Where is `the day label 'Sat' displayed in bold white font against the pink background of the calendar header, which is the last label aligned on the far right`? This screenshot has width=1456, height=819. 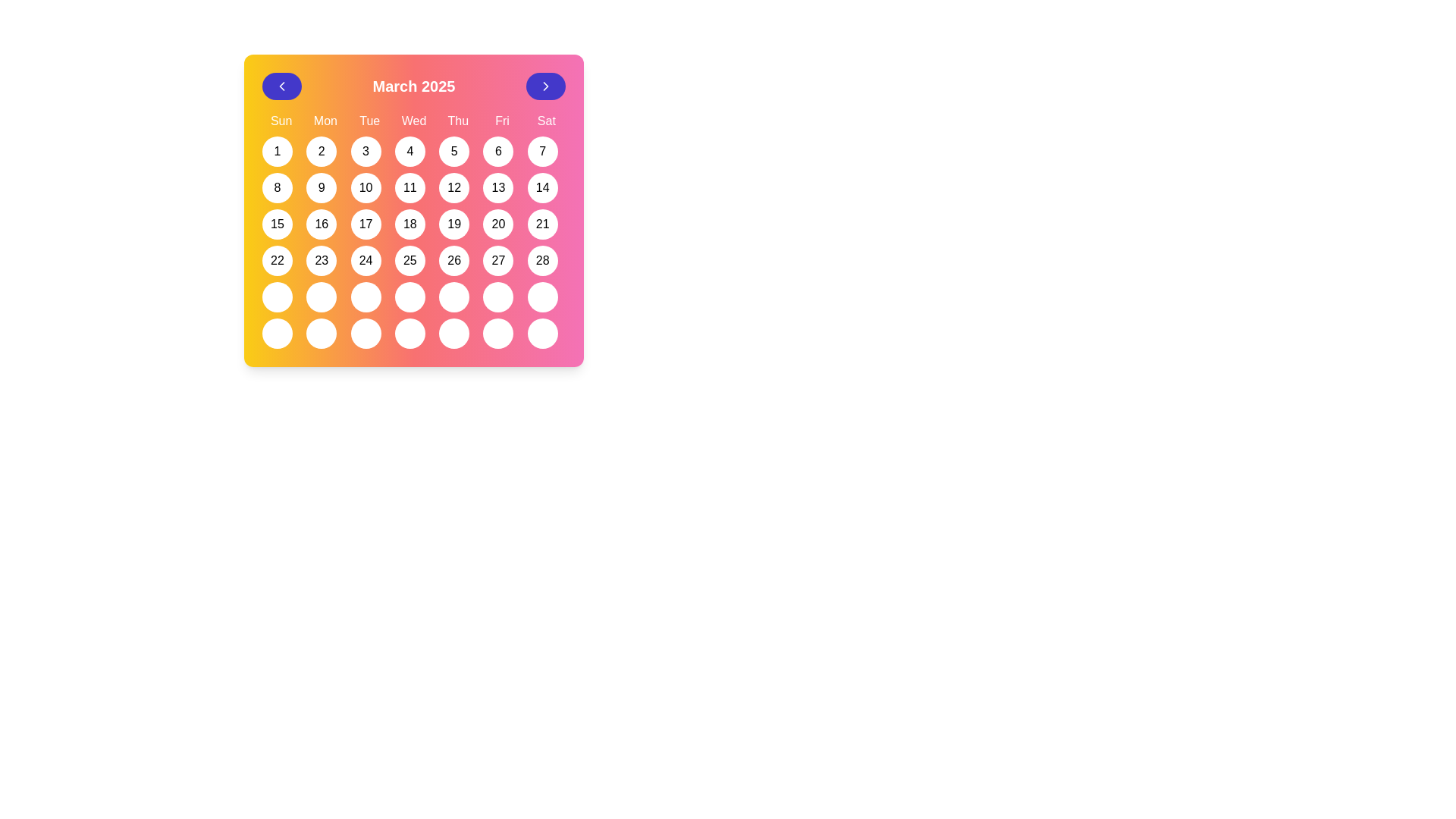 the day label 'Sat' displayed in bold white font against the pink background of the calendar header, which is the last label aligned on the far right is located at coordinates (546, 120).